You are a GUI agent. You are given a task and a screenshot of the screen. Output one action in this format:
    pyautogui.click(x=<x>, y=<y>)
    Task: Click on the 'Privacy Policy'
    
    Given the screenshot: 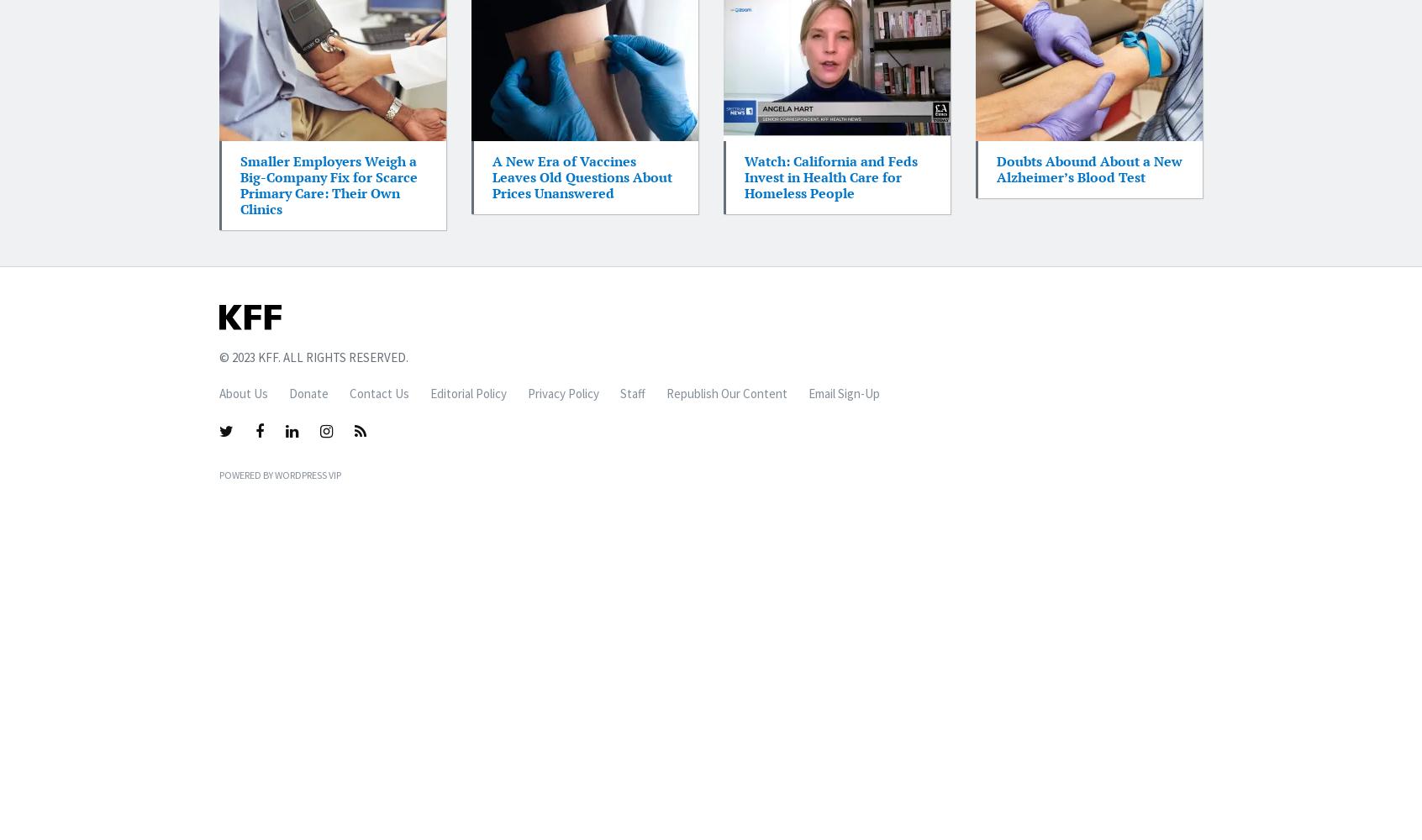 What is the action you would take?
    pyautogui.click(x=527, y=392)
    